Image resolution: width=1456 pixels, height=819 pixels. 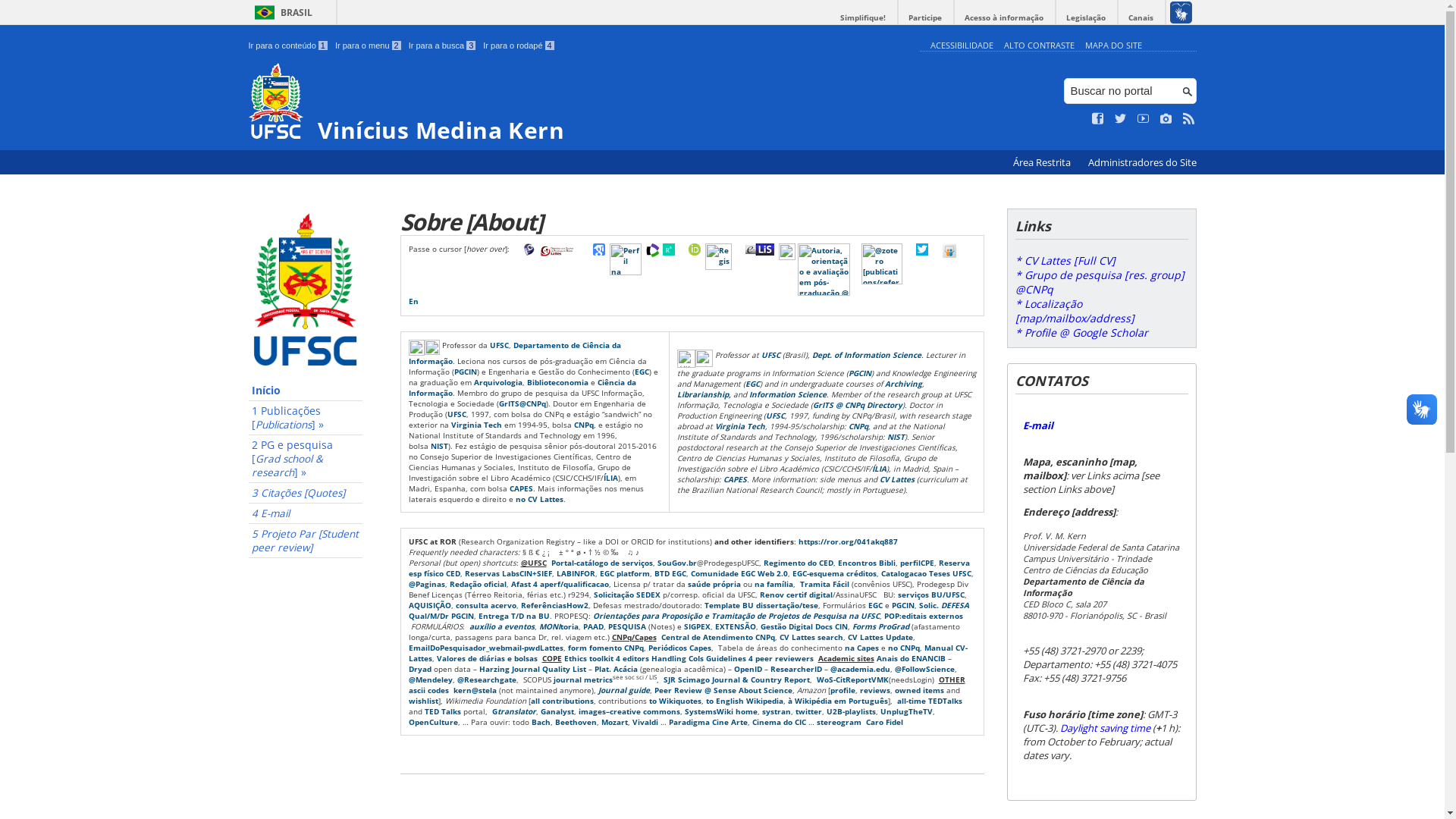 I want to click on 'Entrega T/D na BU', so click(x=513, y=616).